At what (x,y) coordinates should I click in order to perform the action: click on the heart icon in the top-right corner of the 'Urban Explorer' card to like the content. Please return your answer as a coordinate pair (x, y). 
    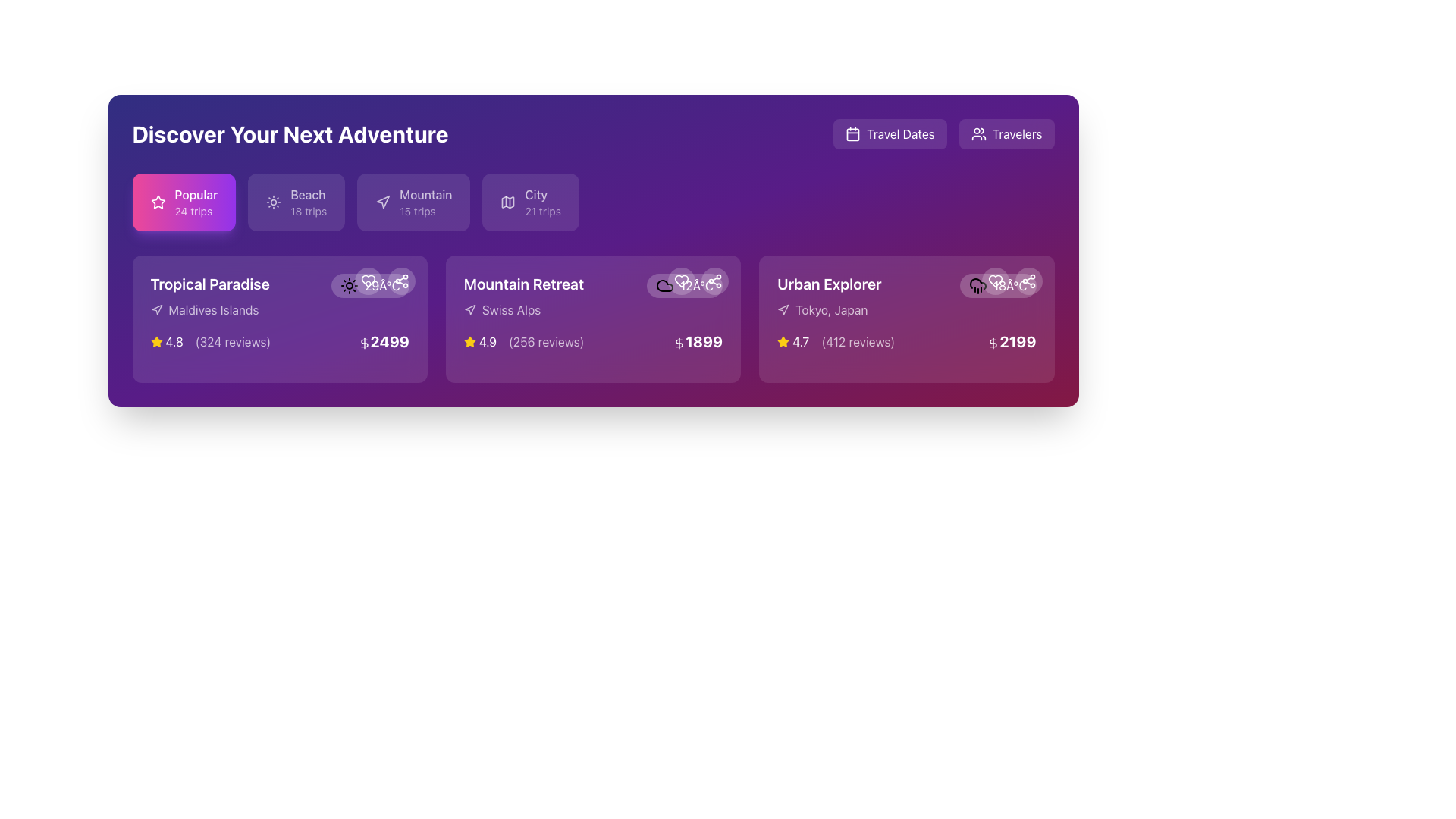
    Looking at the image, I should click on (1012, 281).